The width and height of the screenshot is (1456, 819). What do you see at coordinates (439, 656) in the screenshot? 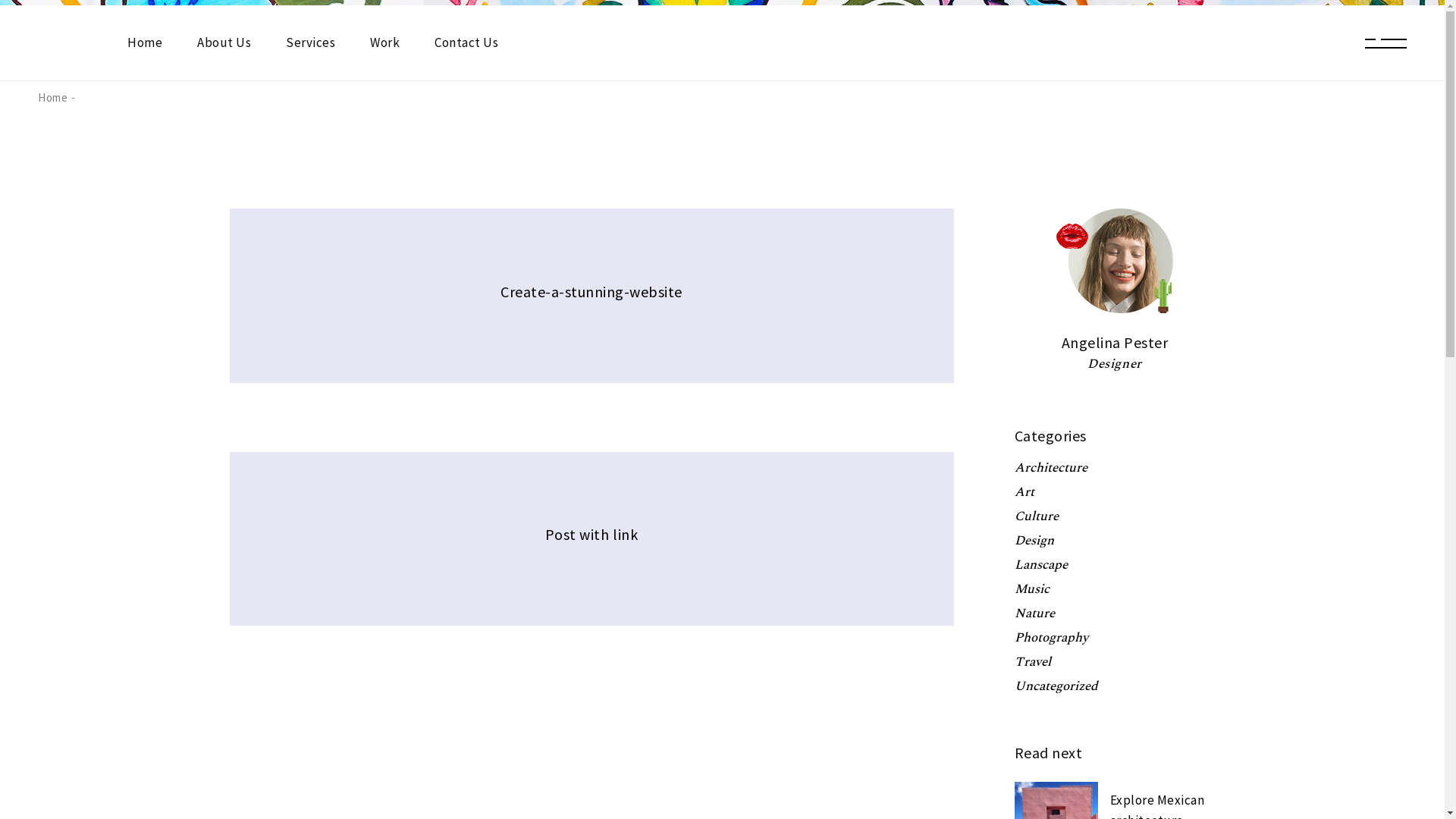
I see `'Elkas Digital'` at bounding box center [439, 656].